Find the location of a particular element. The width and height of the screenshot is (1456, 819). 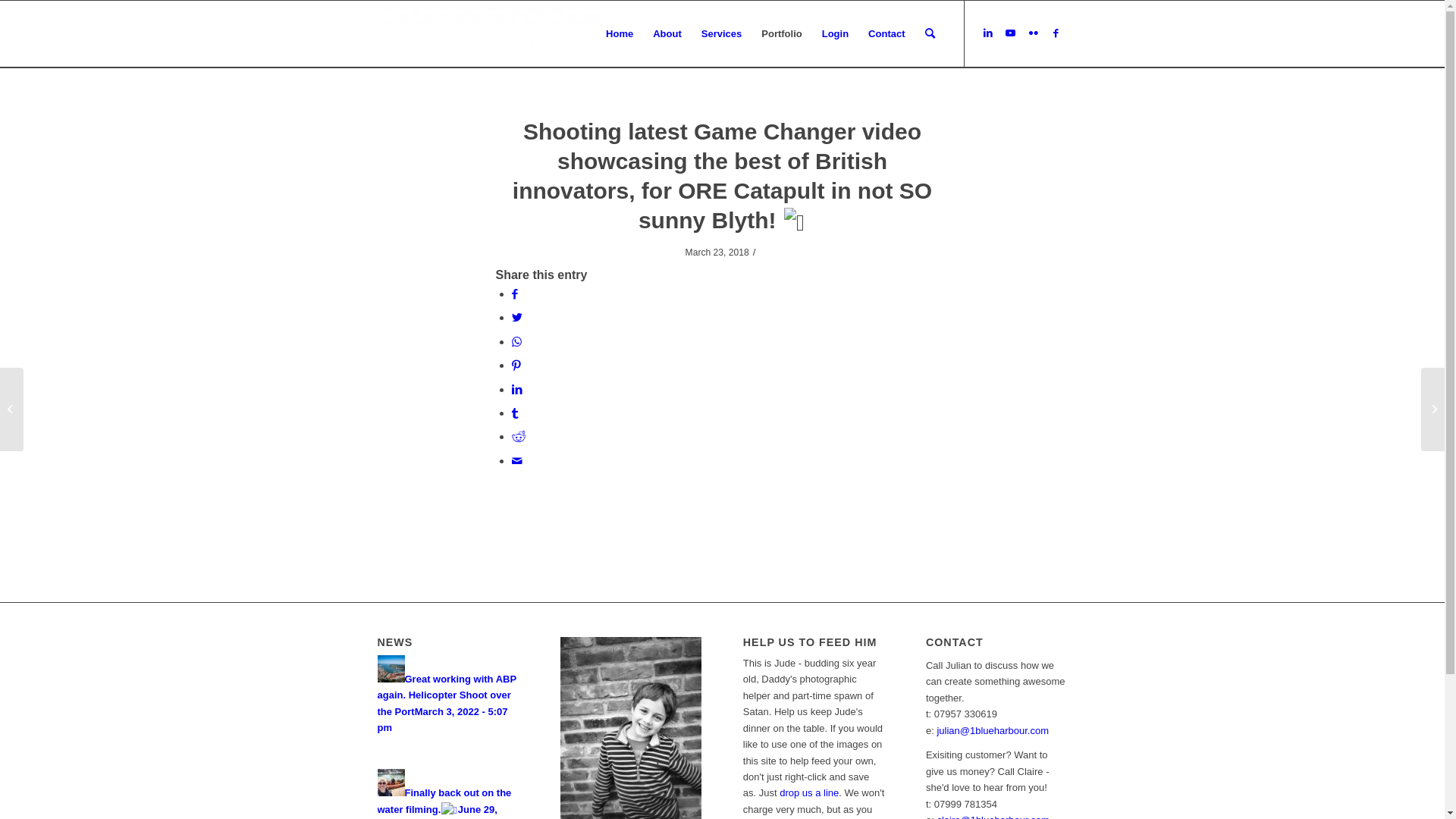

'Youtube' is located at coordinates (999, 33).